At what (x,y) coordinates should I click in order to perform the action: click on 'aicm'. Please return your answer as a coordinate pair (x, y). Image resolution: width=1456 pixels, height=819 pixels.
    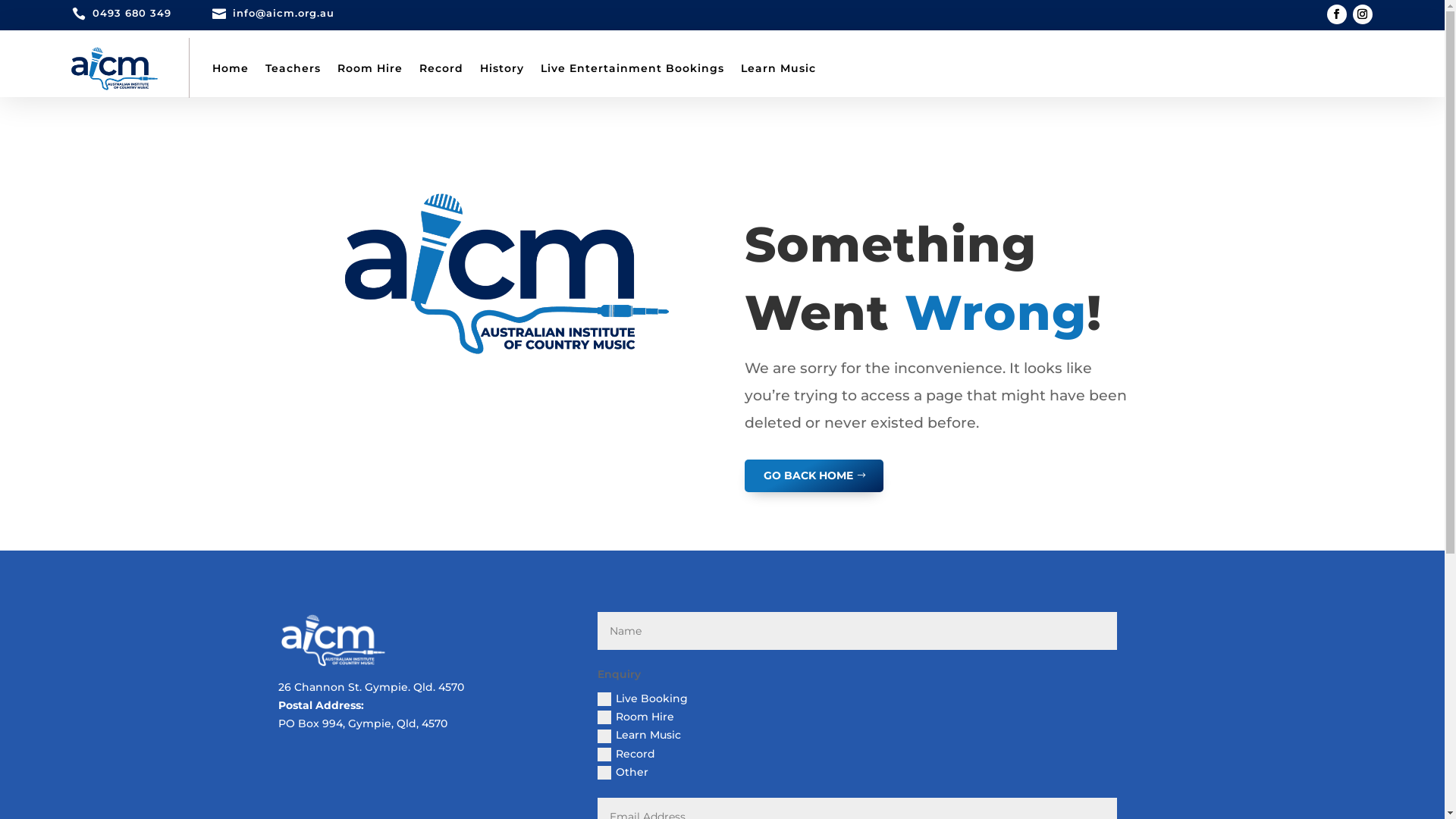
    Looking at the image, I should click on (331, 639).